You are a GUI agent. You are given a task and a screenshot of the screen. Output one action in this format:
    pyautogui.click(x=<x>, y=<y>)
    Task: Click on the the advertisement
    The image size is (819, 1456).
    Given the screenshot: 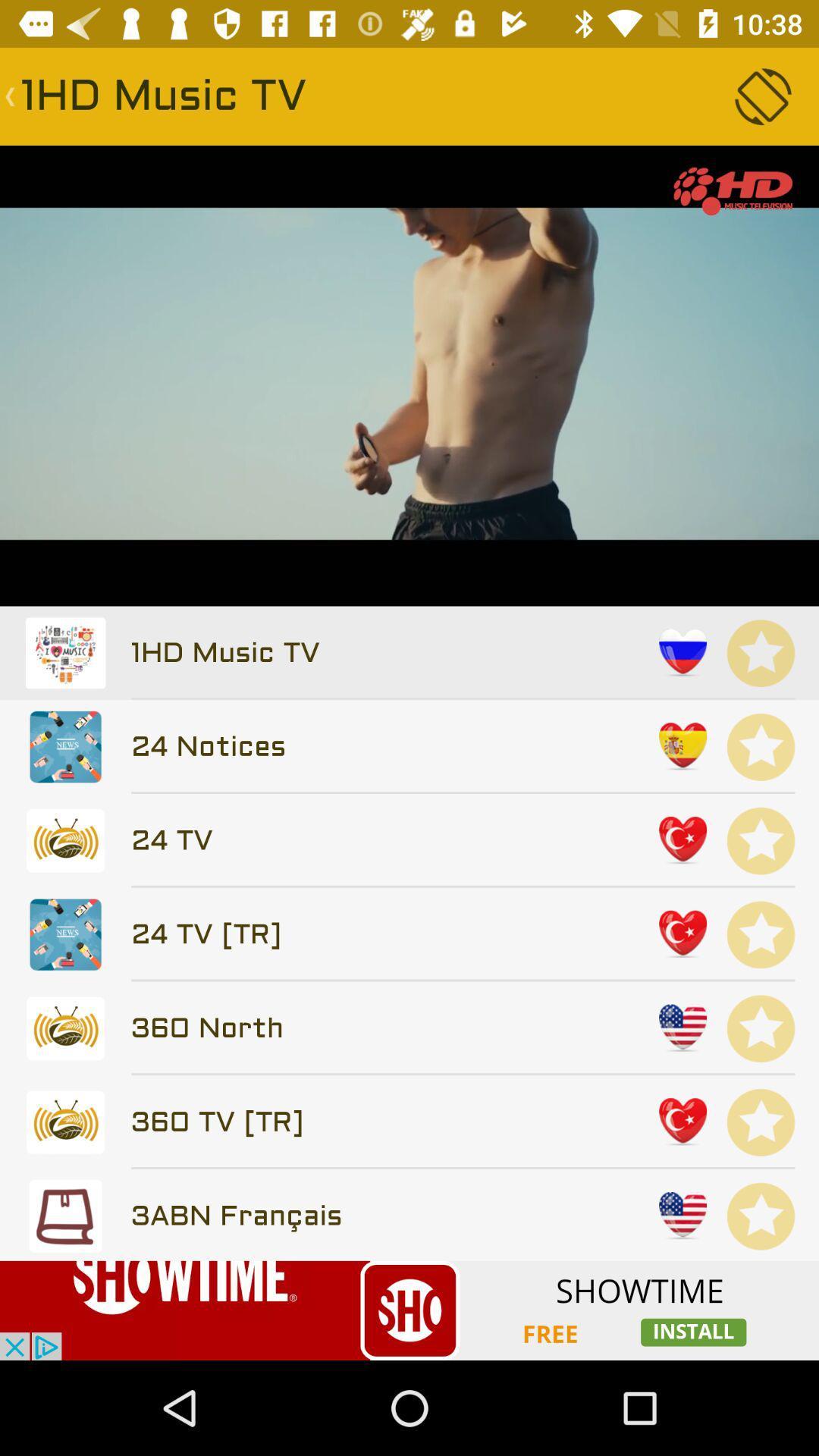 What is the action you would take?
    pyautogui.click(x=409, y=1310)
    